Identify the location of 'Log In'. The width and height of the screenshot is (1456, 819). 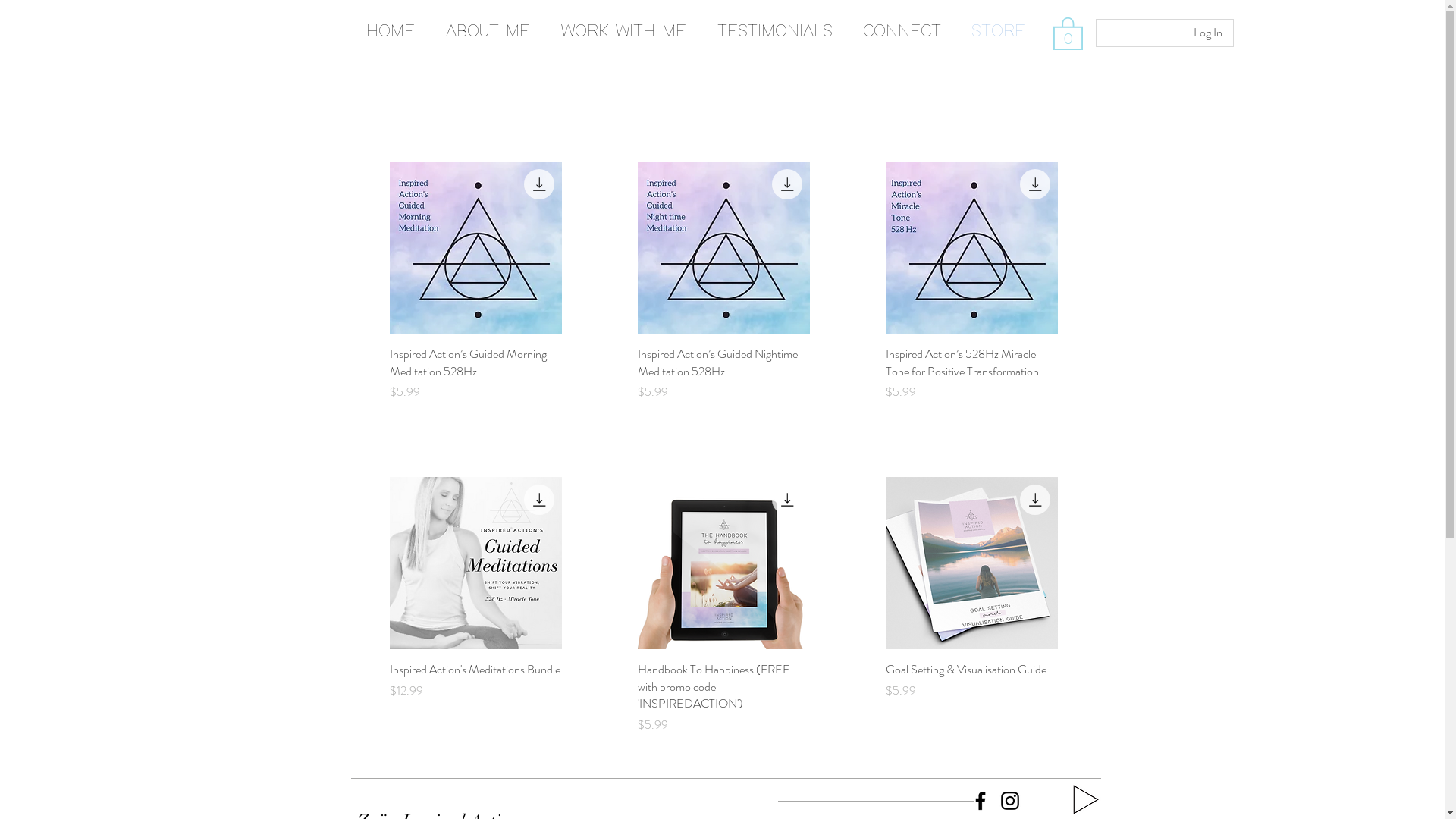
(1182, 32).